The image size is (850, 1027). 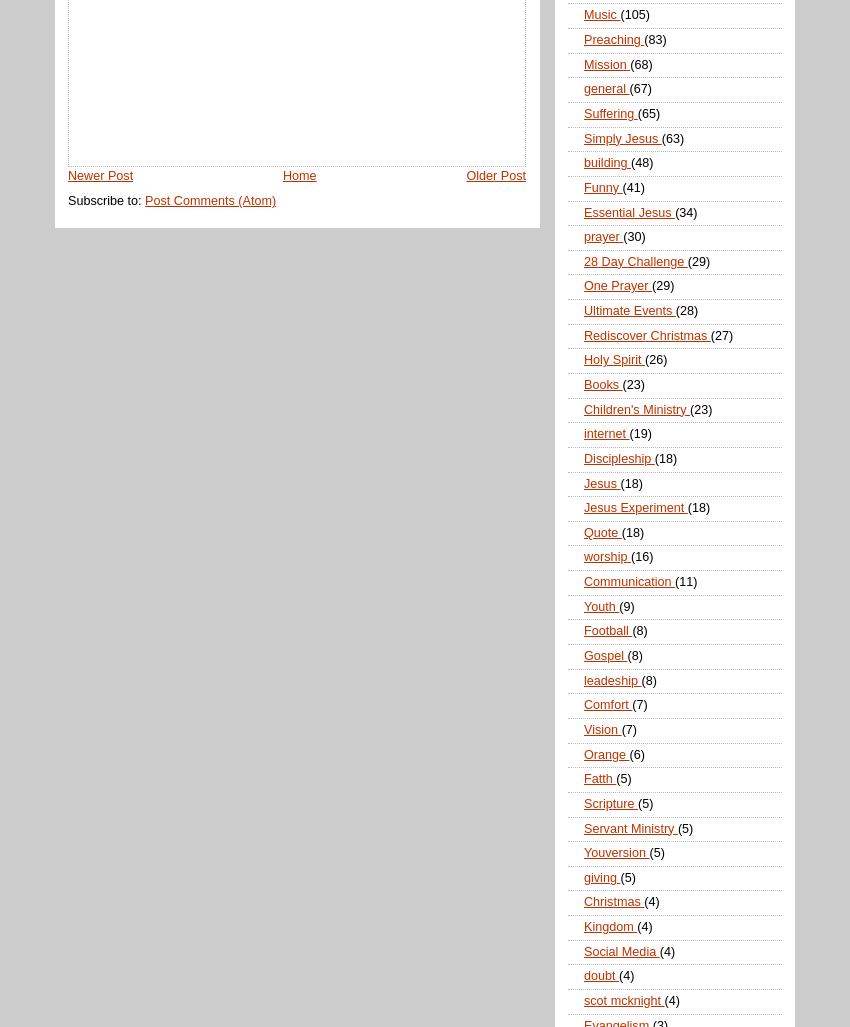 I want to click on 'Post Comments (Atom)', so click(x=209, y=199).